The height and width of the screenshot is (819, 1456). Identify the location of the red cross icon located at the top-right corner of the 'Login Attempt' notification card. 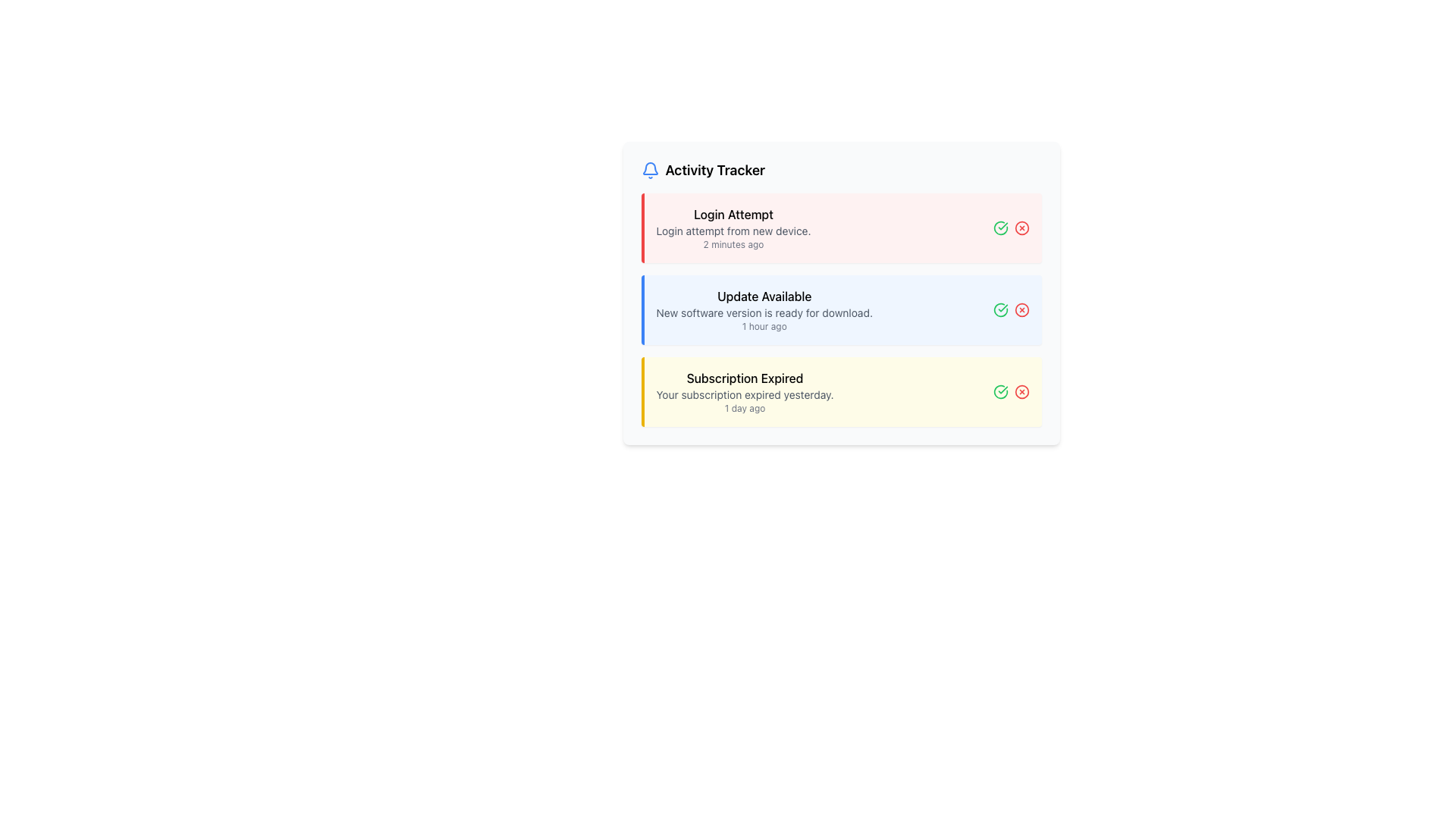
(1011, 227).